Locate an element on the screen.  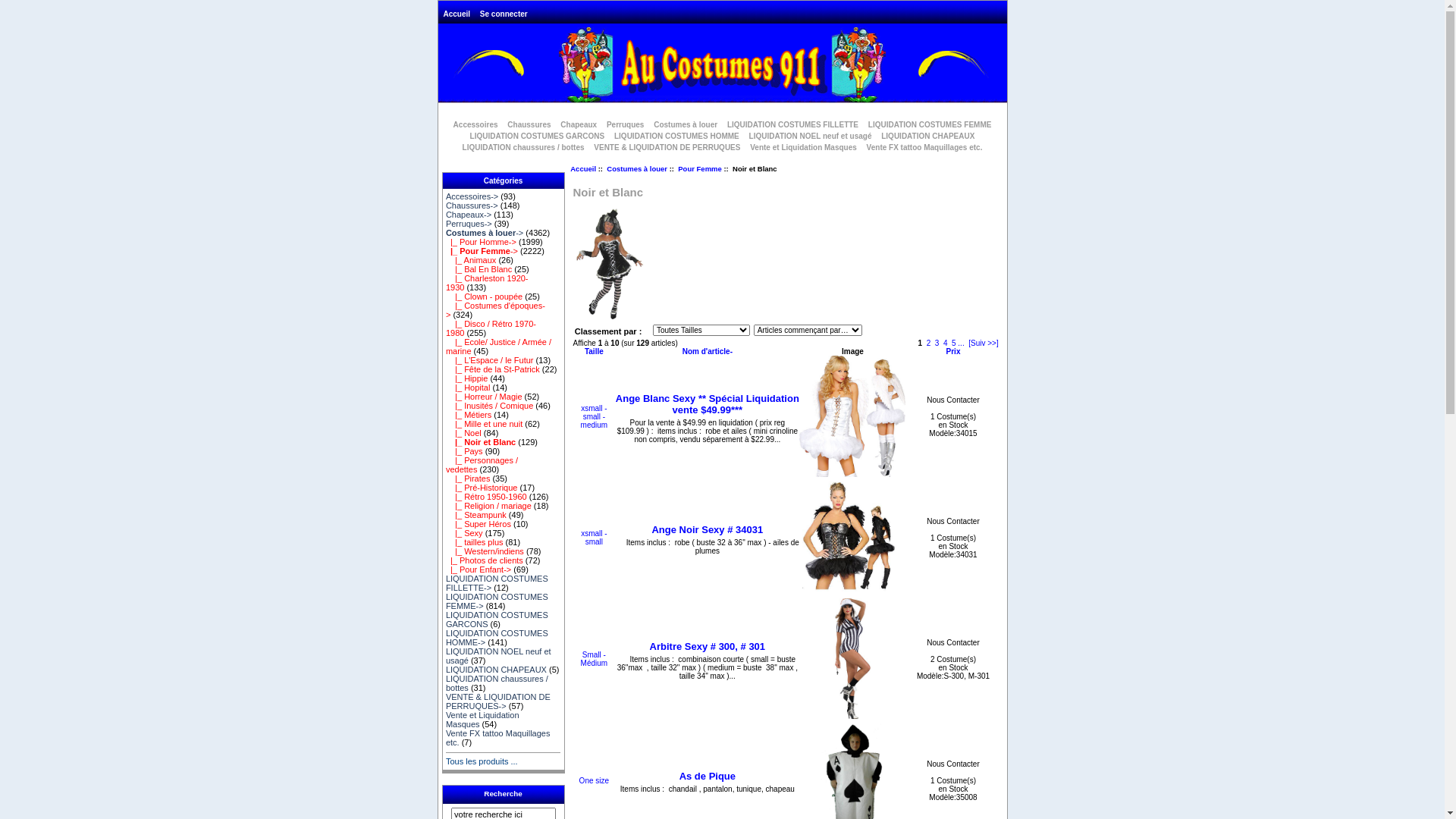
'Chapeaux' is located at coordinates (556, 124).